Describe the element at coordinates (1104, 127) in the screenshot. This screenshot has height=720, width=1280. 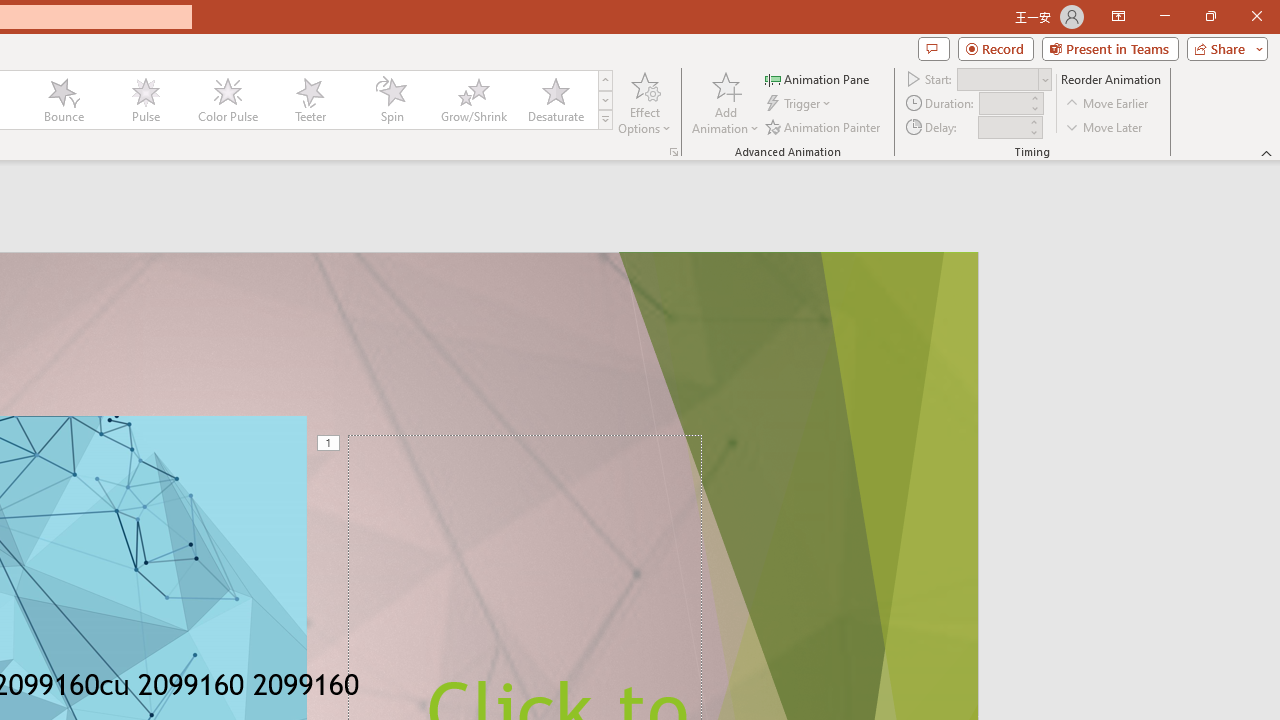
I see `'Move Later'` at that location.